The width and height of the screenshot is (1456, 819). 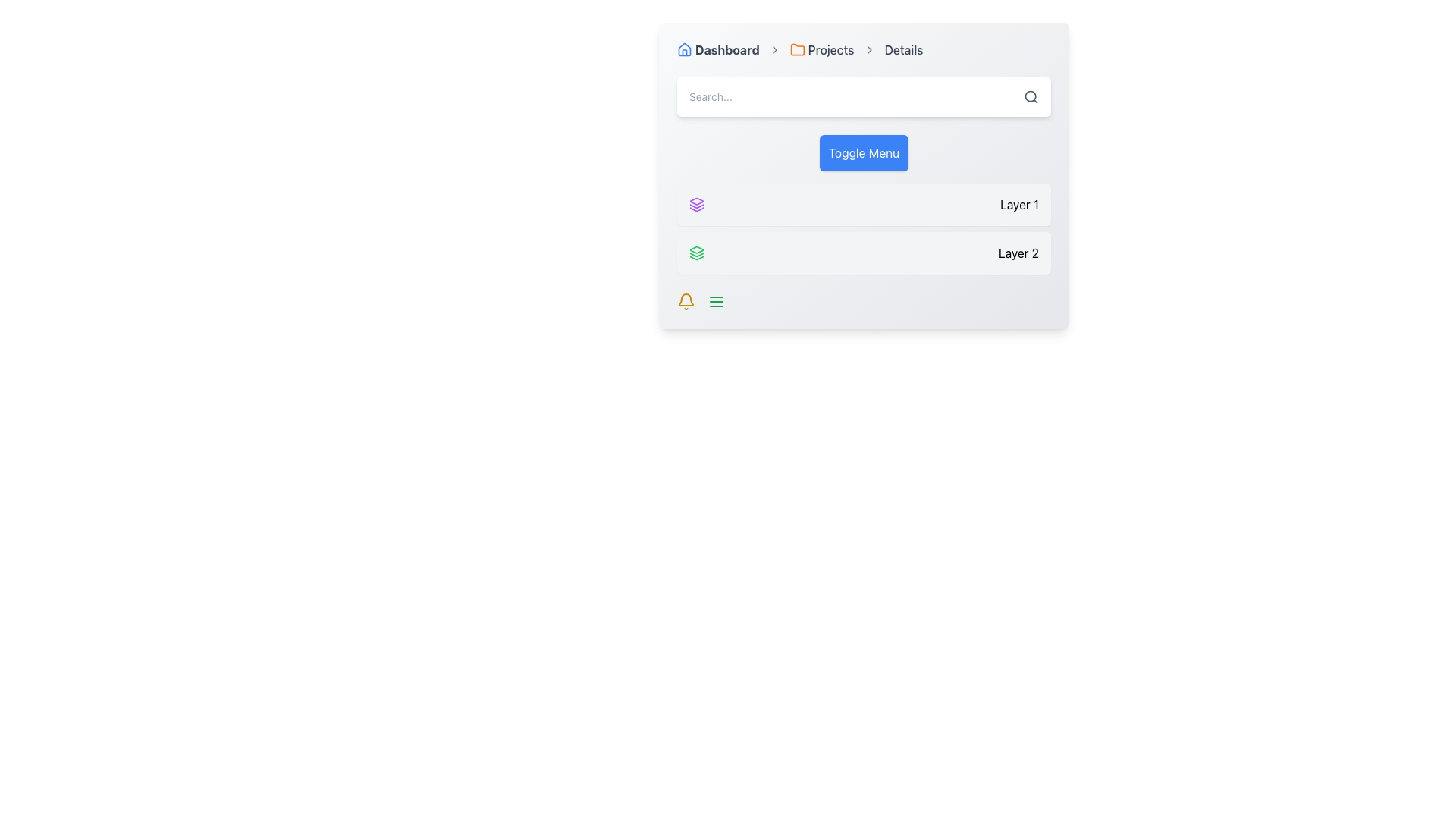 What do you see at coordinates (864, 49) in the screenshot?
I see `the 'Projects' text within the Breadcrumb navigation bar` at bounding box center [864, 49].